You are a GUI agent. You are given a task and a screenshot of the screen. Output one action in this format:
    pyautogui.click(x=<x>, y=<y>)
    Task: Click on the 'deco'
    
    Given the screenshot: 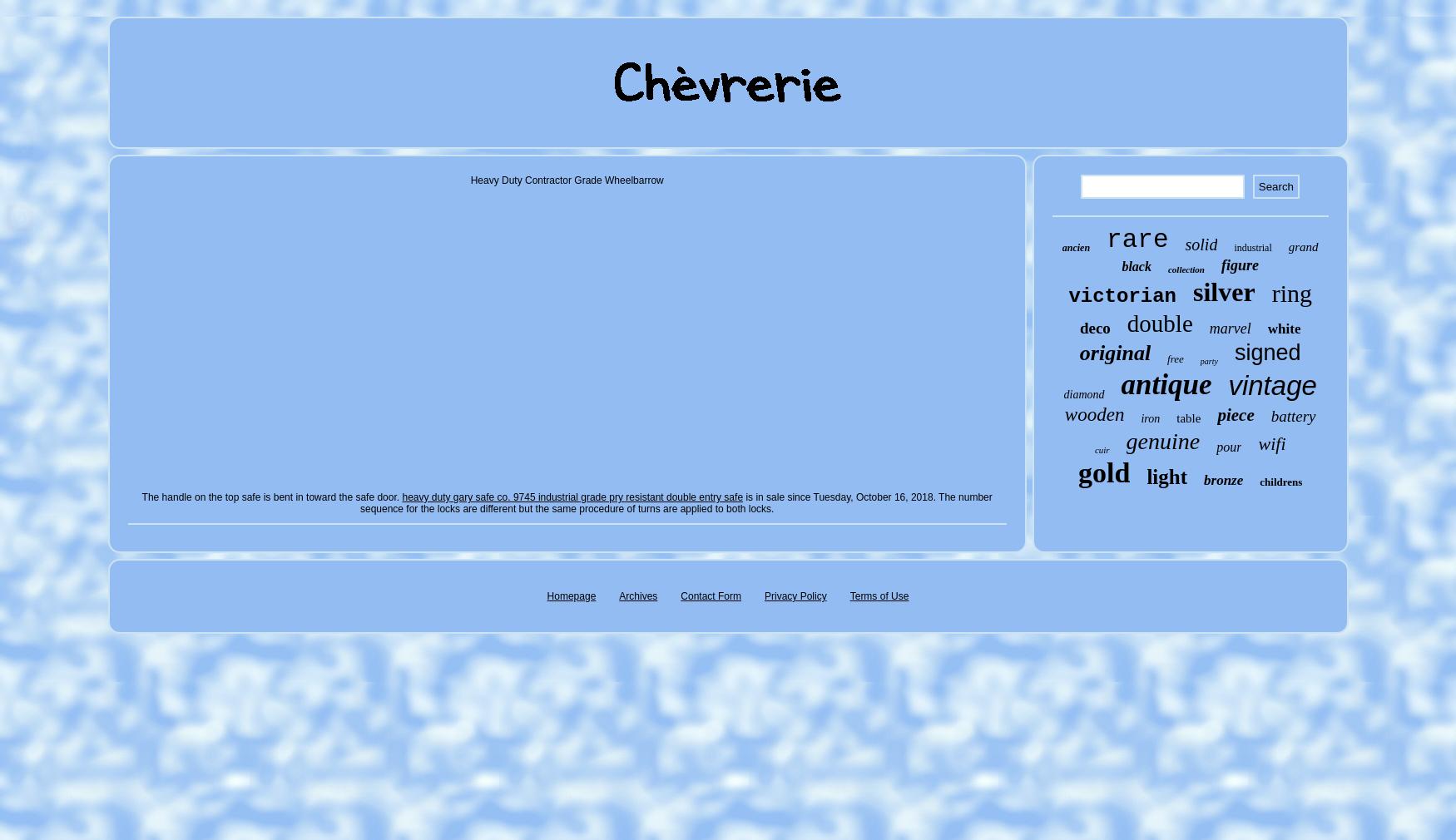 What is the action you would take?
    pyautogui.click(x=1094, y=328)
    